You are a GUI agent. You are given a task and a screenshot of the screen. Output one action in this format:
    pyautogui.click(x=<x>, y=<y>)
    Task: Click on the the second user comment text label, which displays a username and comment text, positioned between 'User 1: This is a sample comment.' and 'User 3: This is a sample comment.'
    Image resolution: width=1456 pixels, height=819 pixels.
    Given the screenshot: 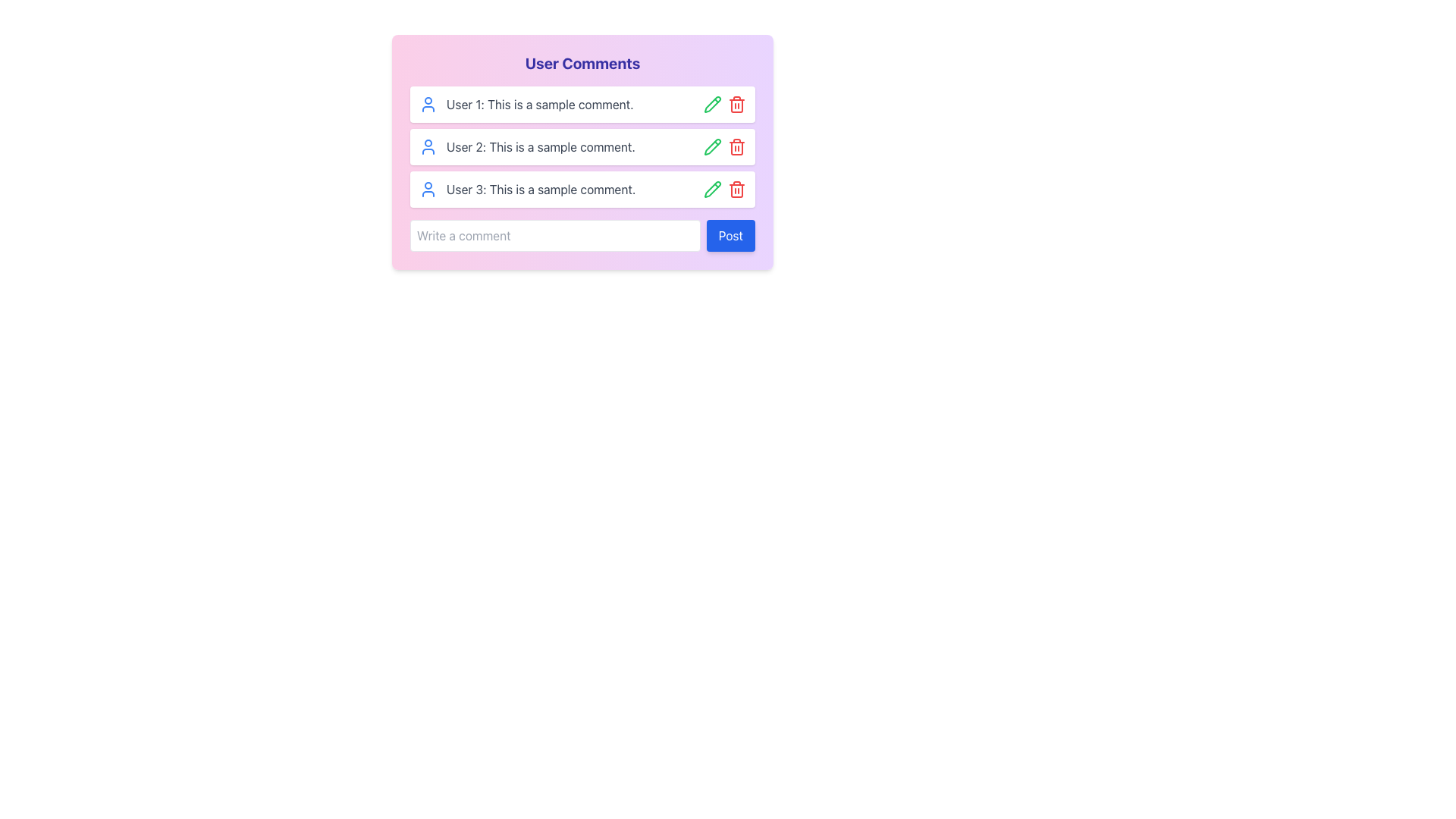 What is the action you would take?
    pyautogui.click(x=541, y=146)
    